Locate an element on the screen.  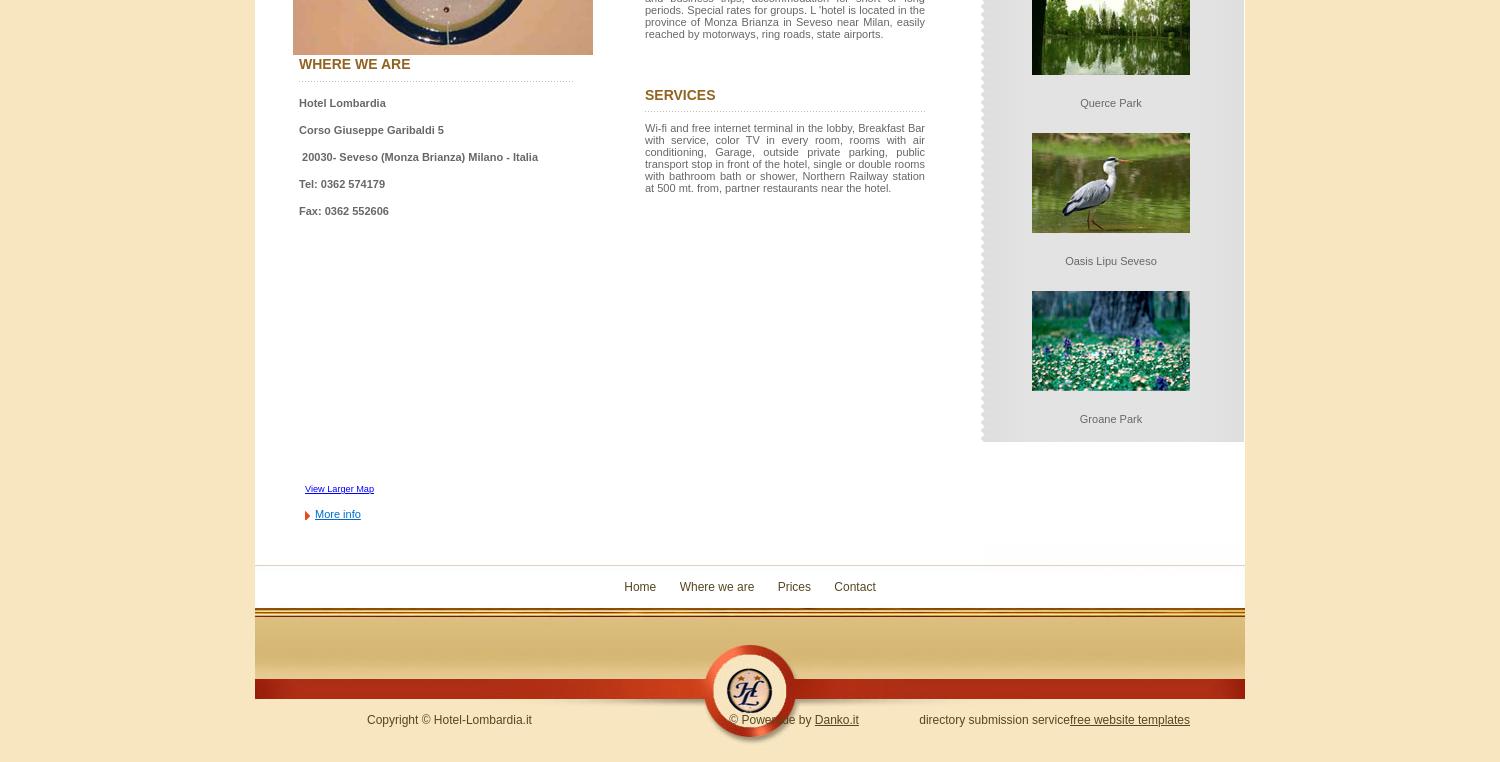
'Home' is located at coordinates (640, 586).